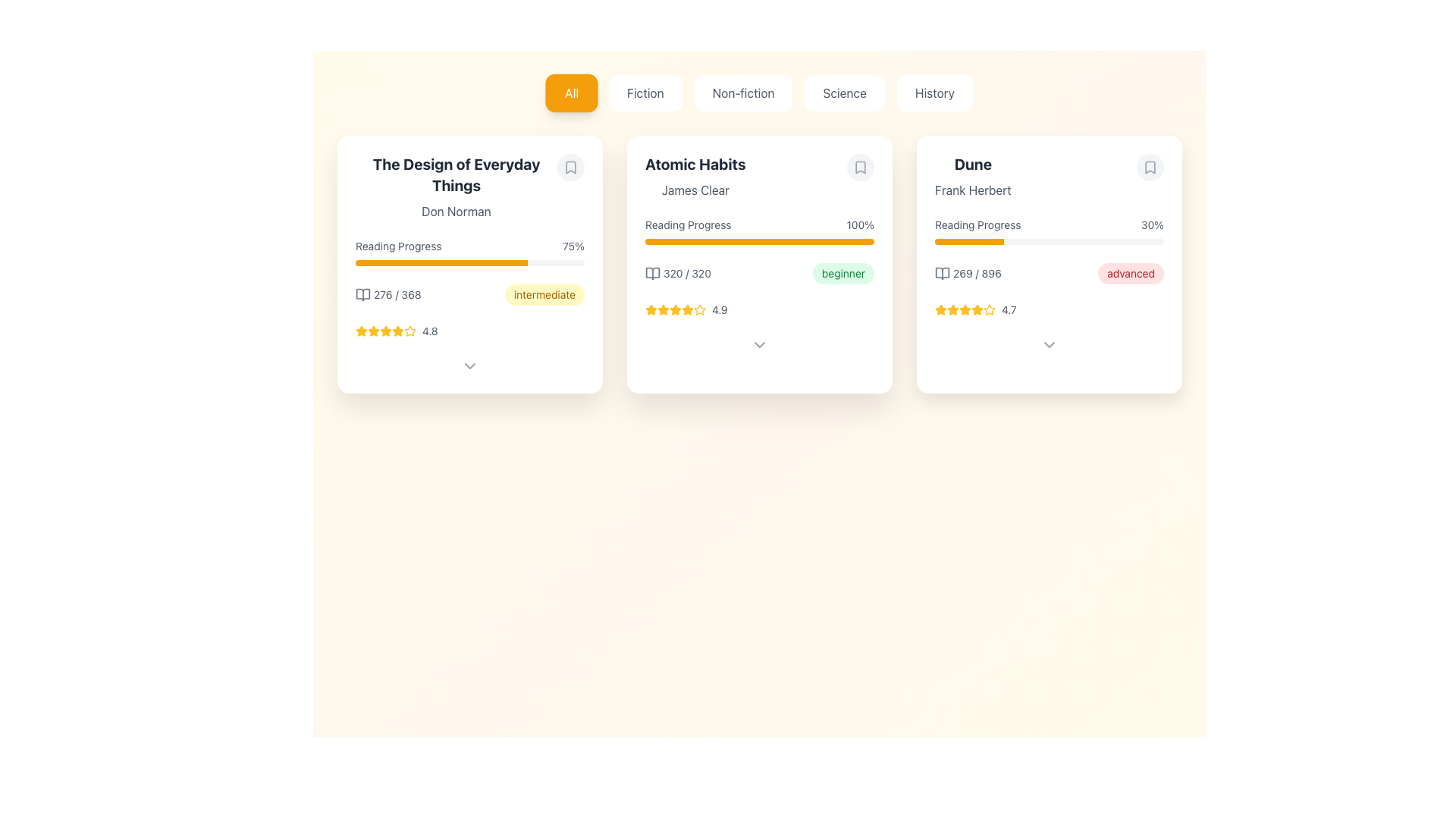  I want to click on the third golden-yellow star icon in the rating section of the 'Dune' card, which is part of a horizontal line of five stars, so click(952, 309).